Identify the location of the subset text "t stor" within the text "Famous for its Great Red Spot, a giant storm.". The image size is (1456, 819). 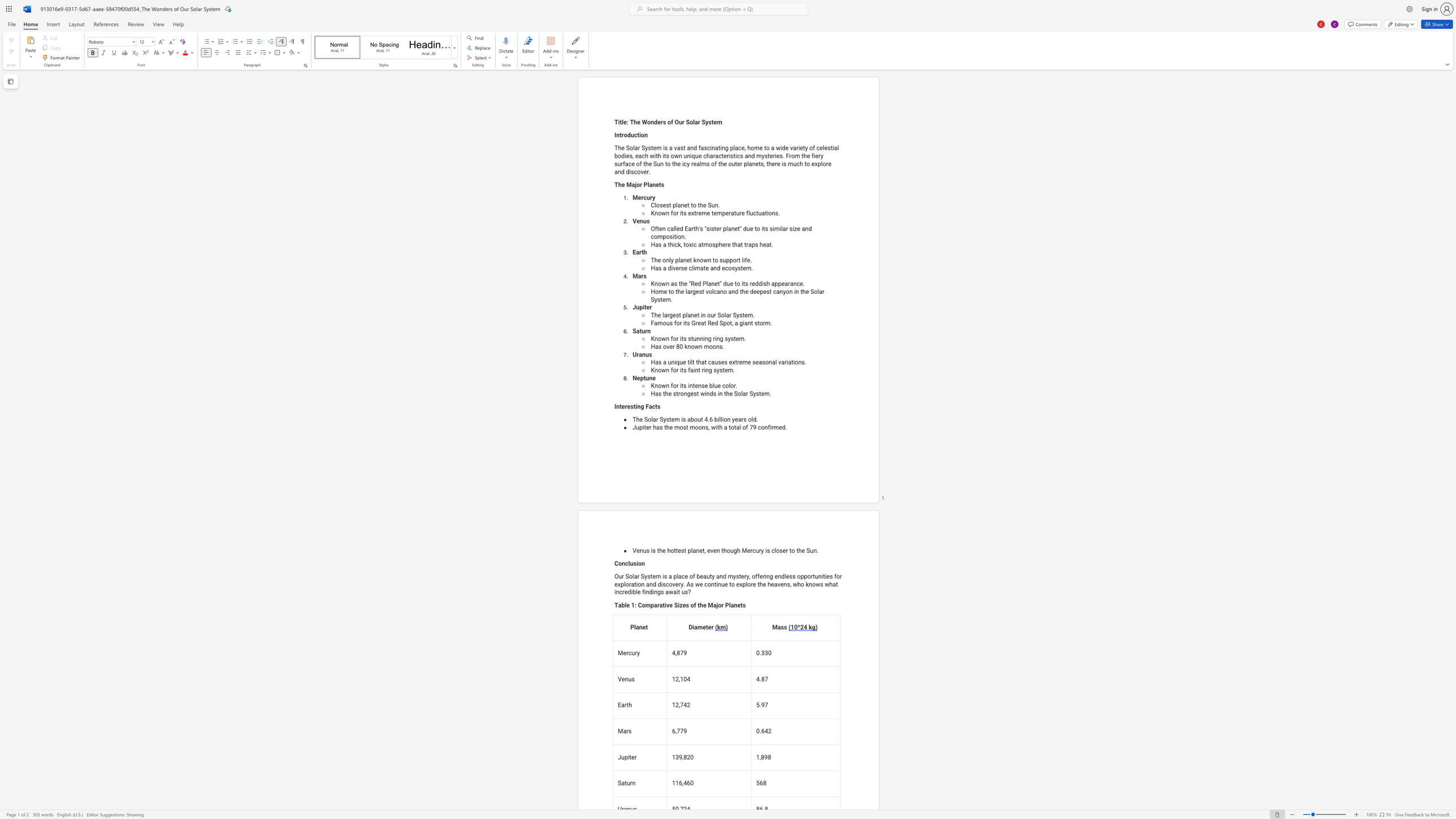
(751, 323).